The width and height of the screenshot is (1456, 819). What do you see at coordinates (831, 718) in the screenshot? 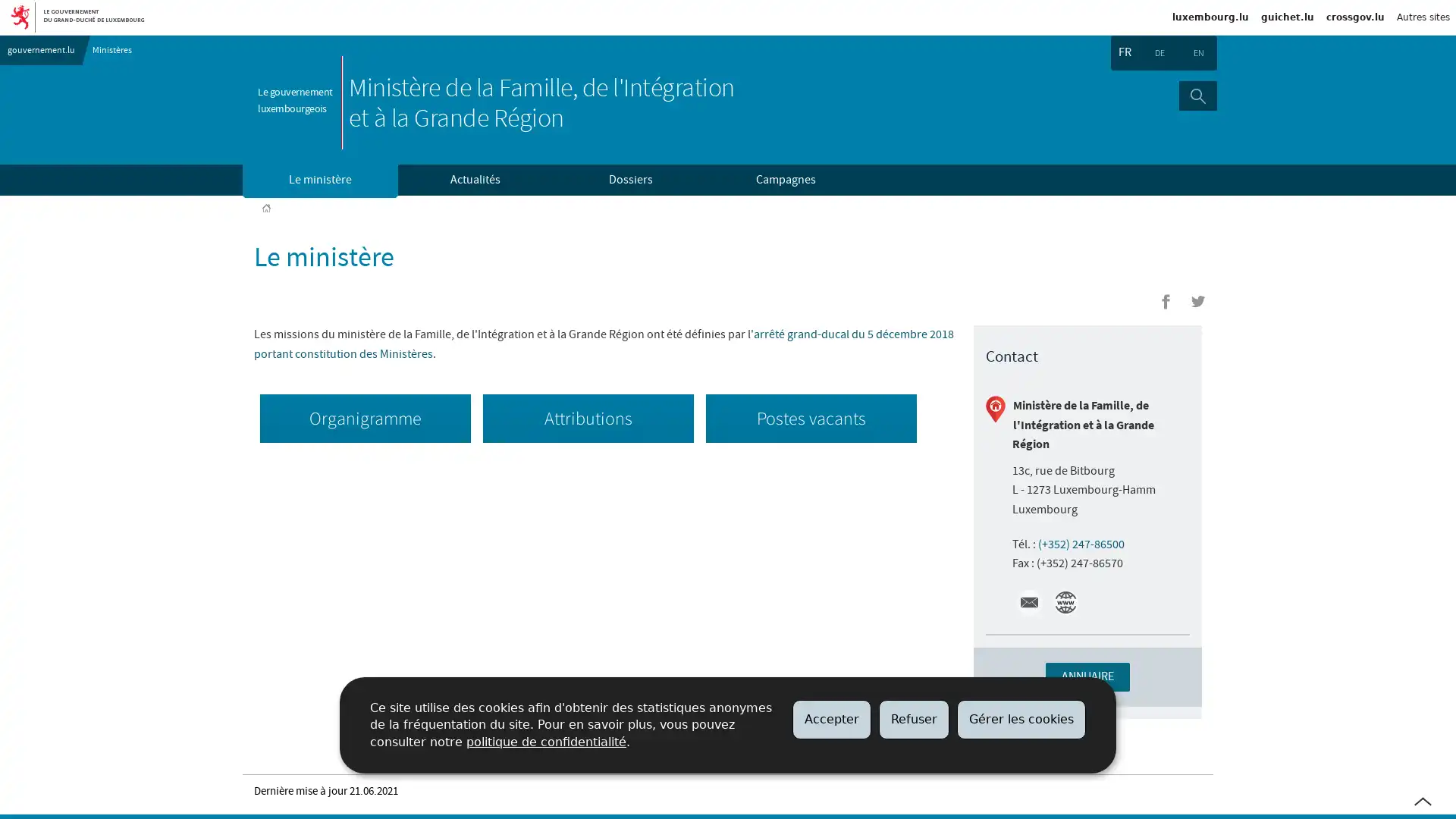
I see `Accepter` at bounding box center [831, 718].